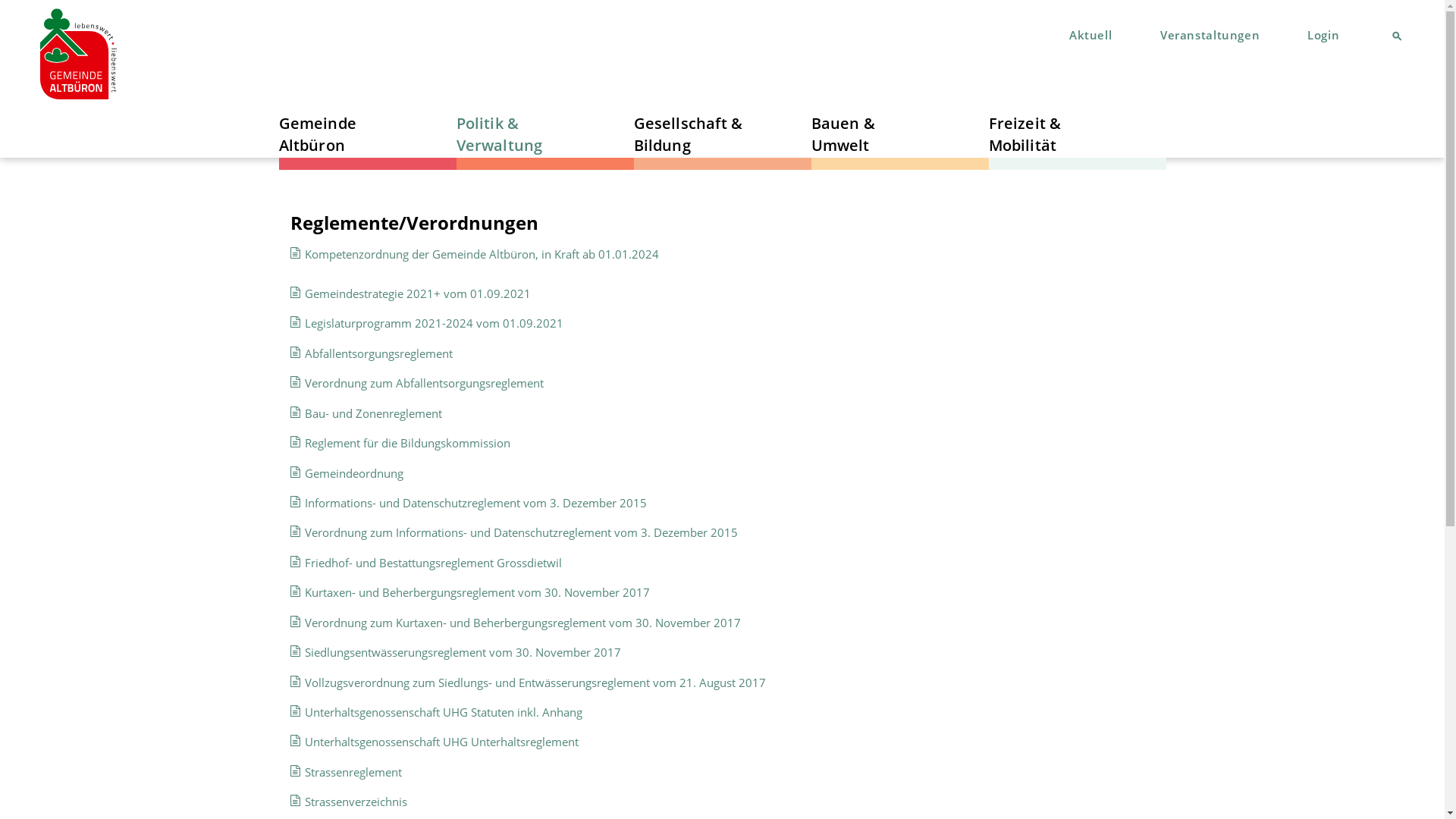 This screenshot has width=1456, height=819. What do you see at coordinates (304, 413) in the screenshot?
I see `'Bau- und Zonenreglement'` at bounding box center [304, 413].